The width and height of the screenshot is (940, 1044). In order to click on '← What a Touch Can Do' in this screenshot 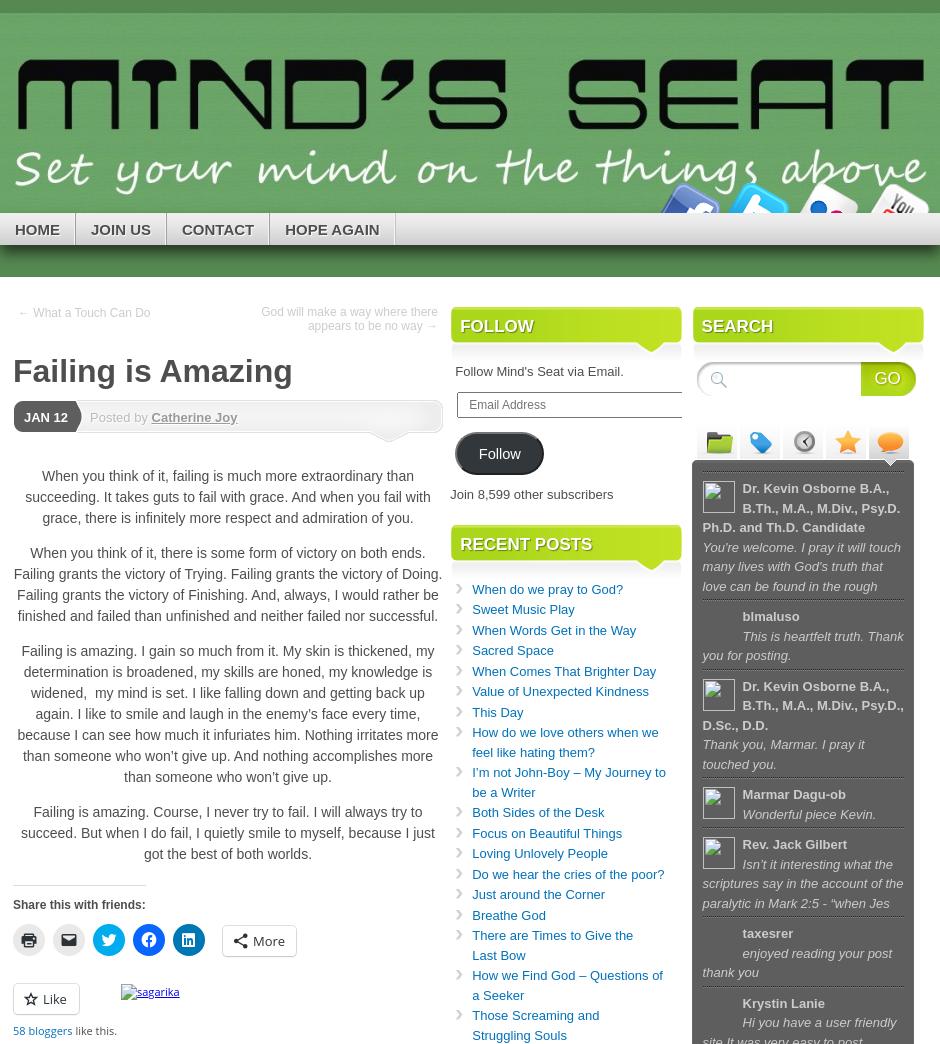, I will do `click(84, 311)`.